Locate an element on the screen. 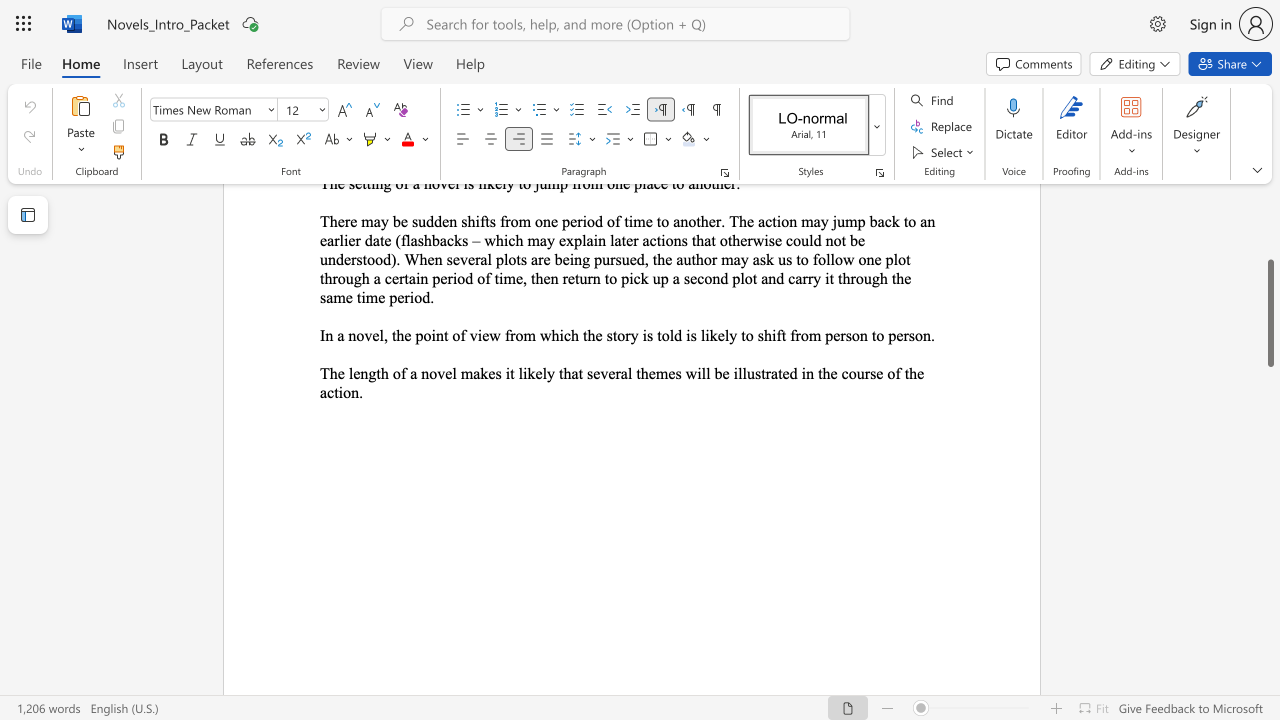 This screenshot has height=720, width=1280. the scrollbar and move up 40 pixels is located at coordinates (1269, 313).